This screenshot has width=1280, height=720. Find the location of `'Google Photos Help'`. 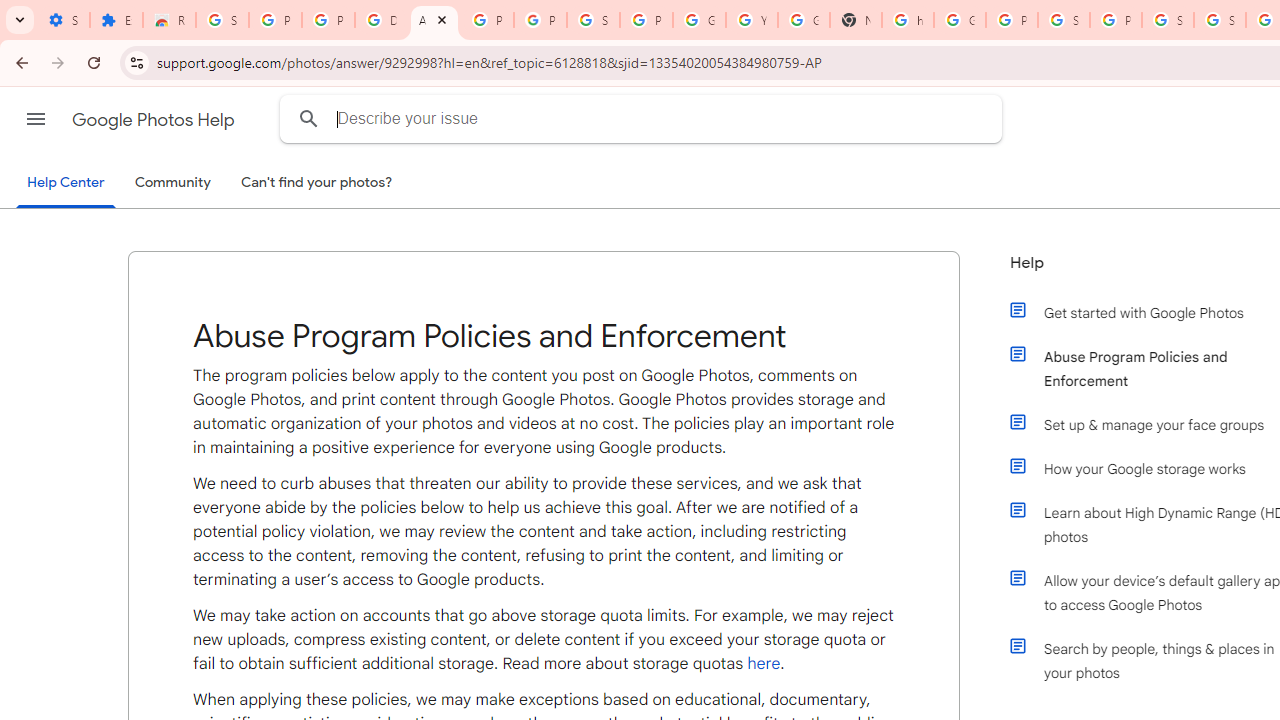

'Google Photos Help' is located at coordinates (154, 119).